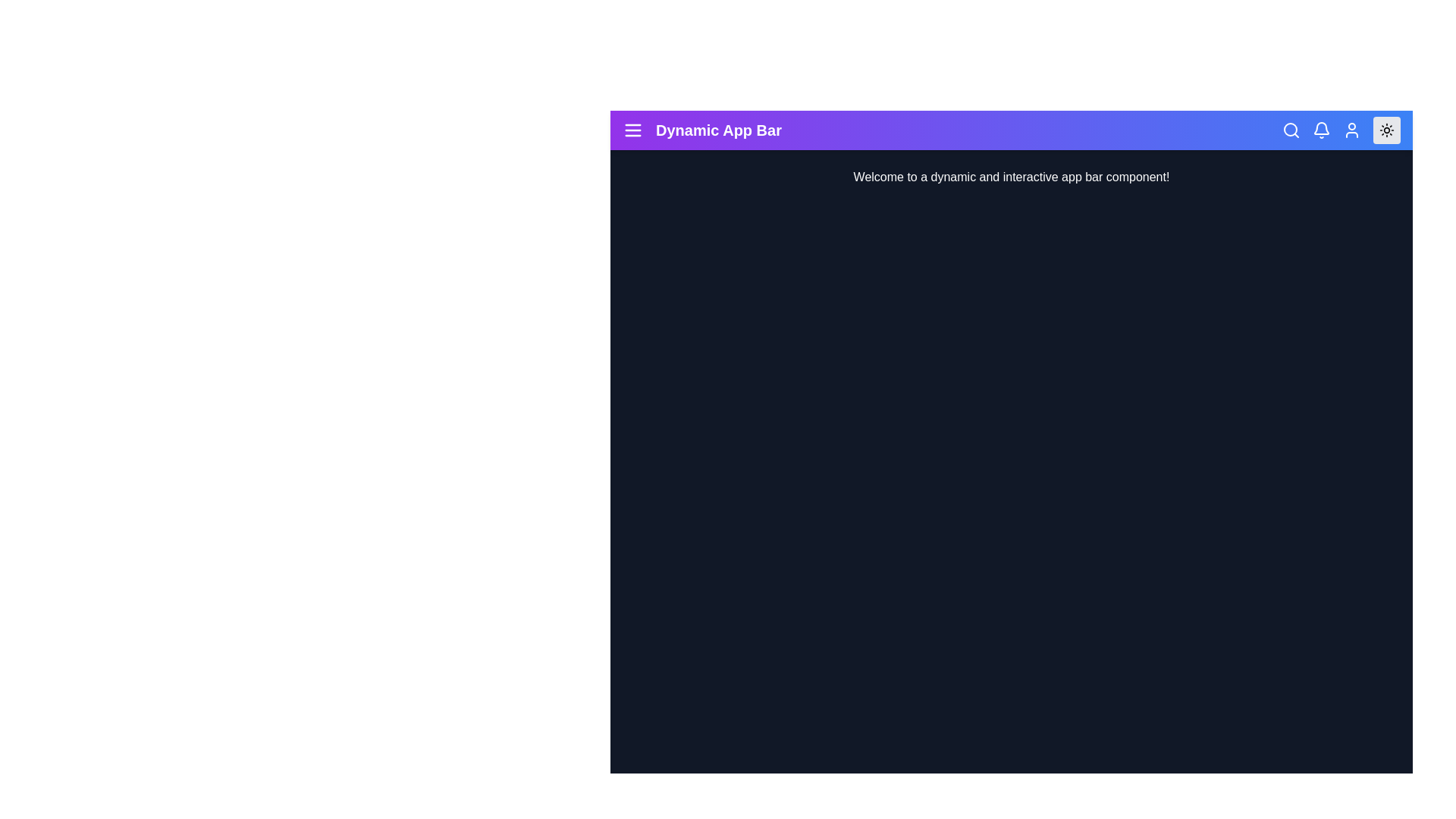 Image resolution: width=1456 pixels, height=819 pixels. I want to click on the notification icon to view notifications, so click(1320, 130).